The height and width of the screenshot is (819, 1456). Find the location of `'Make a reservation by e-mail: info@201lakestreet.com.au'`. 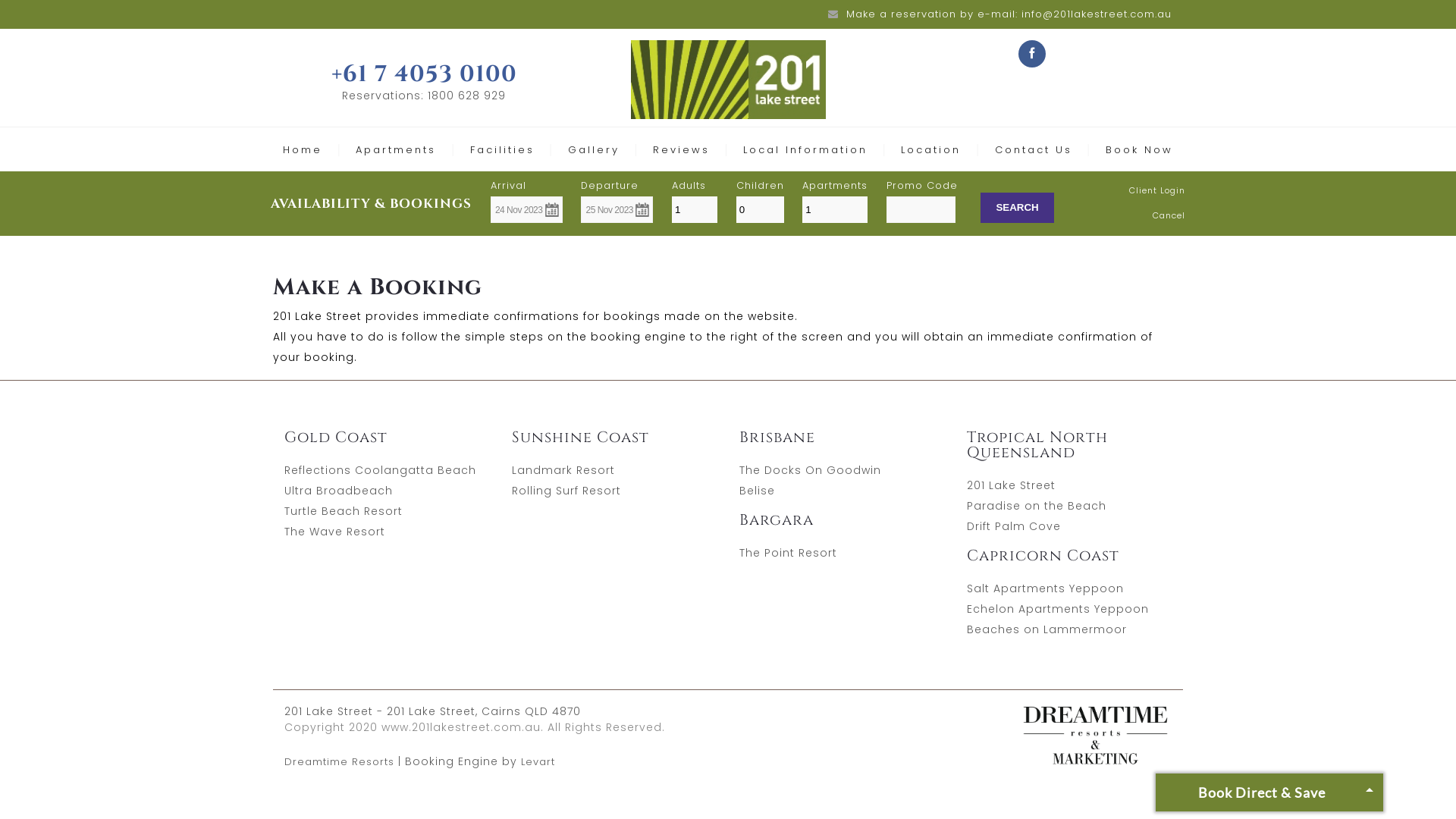

'Make a reservation by e-mail: info@201lakestreet.com.au' is located at coordinates (1009, 14).